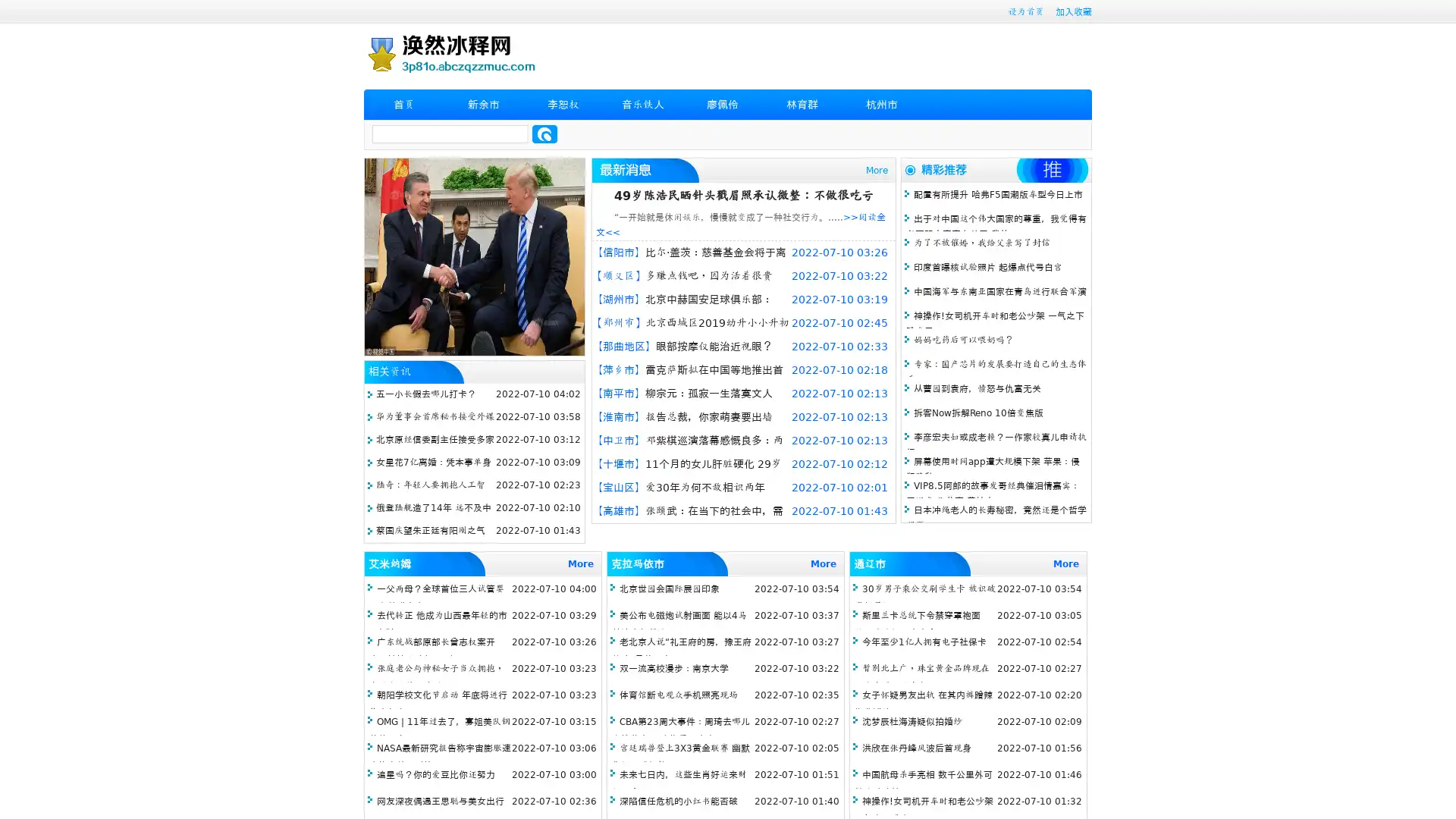  I want to click on Search, so click(544, 133).